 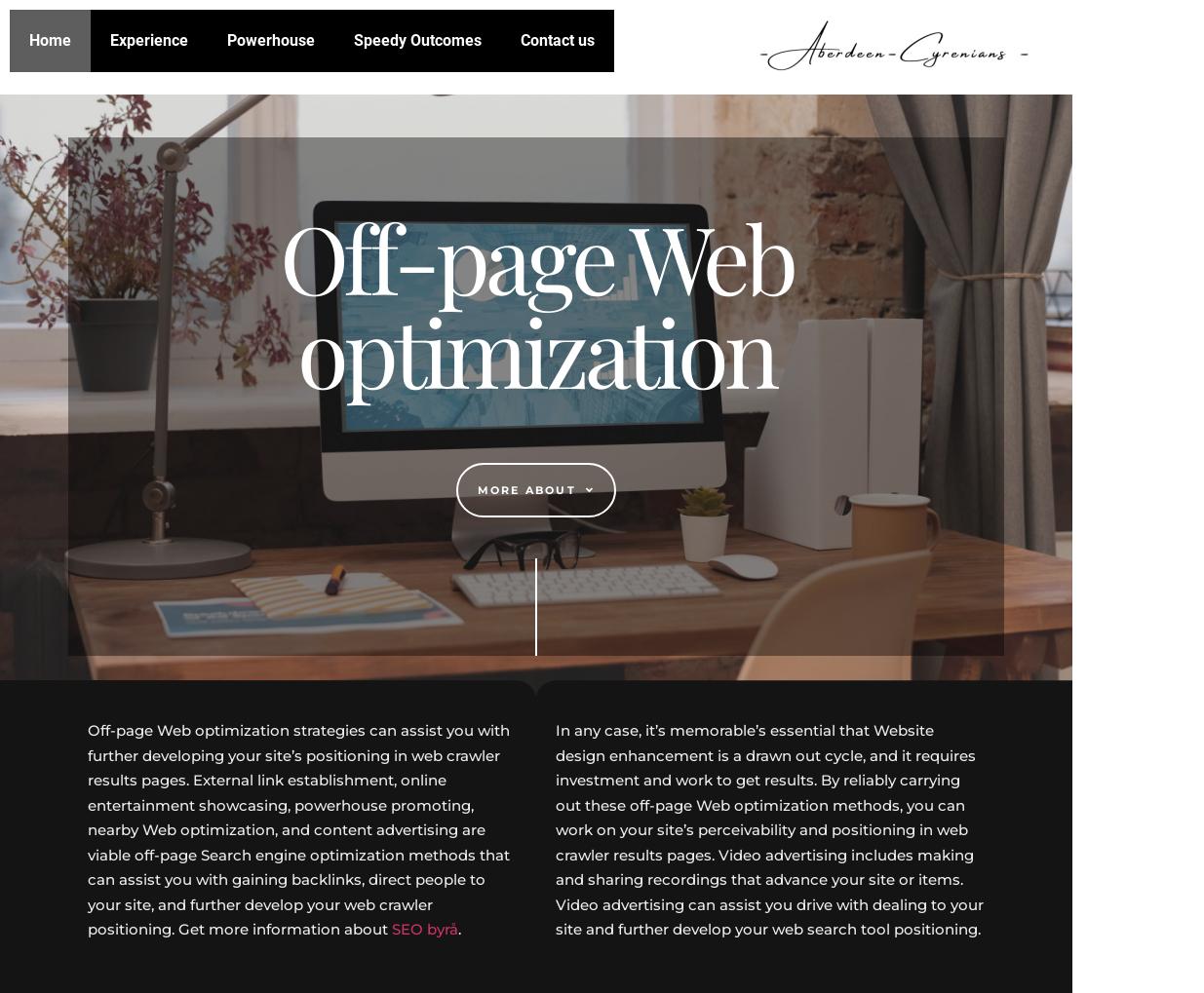 I want to click on 'Home', so click(x=49, y=39).